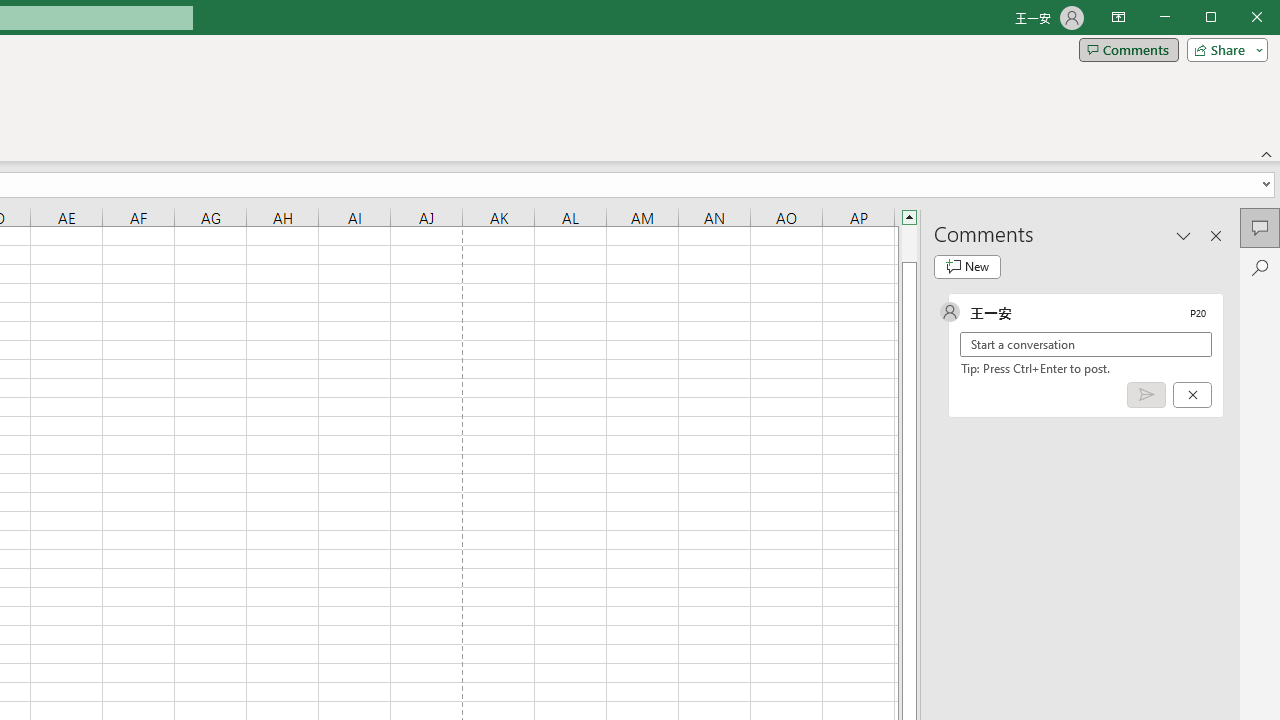 The height and width of the screenshot is (720, 1280). I want to click on 'Post comment (Ctrl + Enter)', so click(1146, 395).